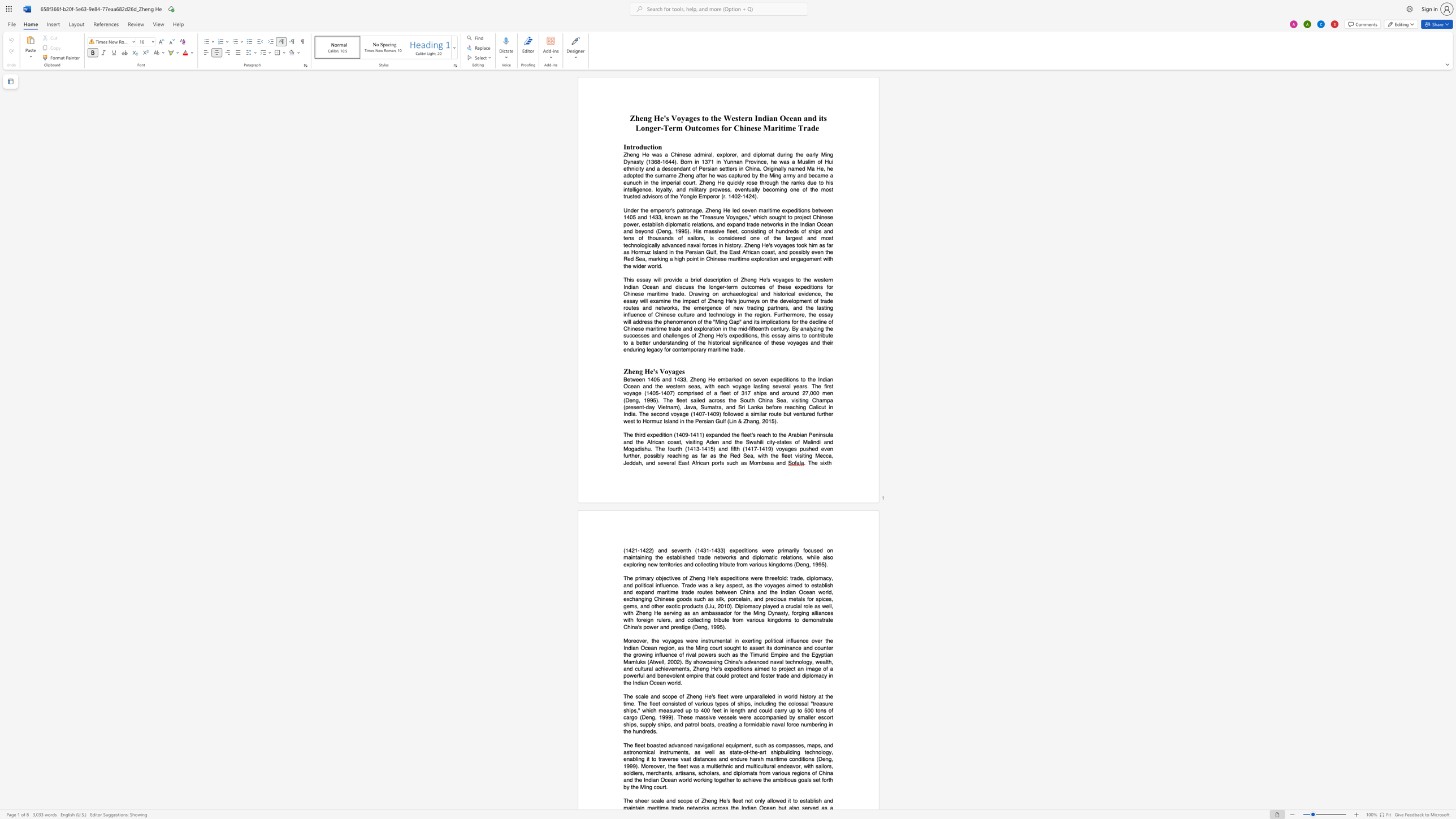  I want to click on the subset text "at the time. The fleet co" within the text "The scale and scope of Zheng He", so click(818, 696).